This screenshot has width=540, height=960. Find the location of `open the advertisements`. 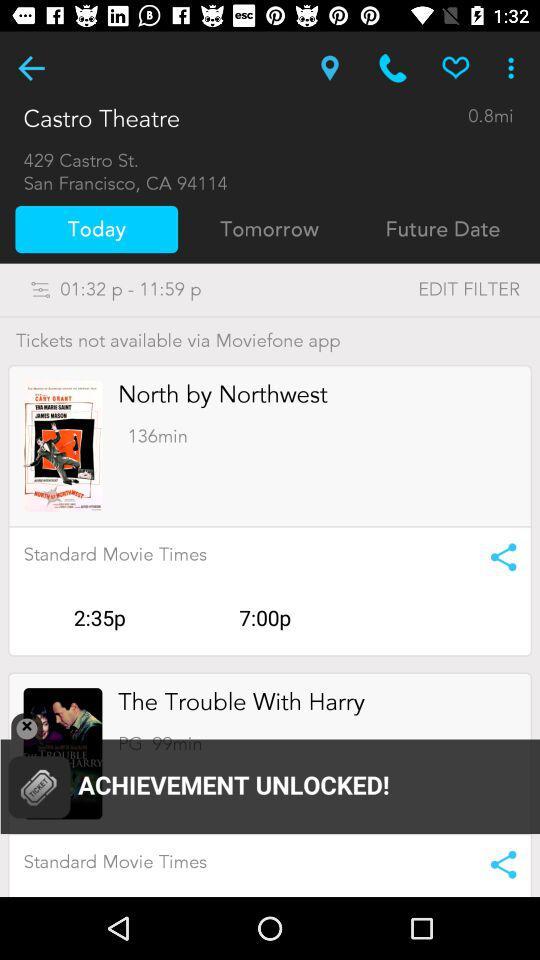

open the advertisements is located at coordinates (63, 752).